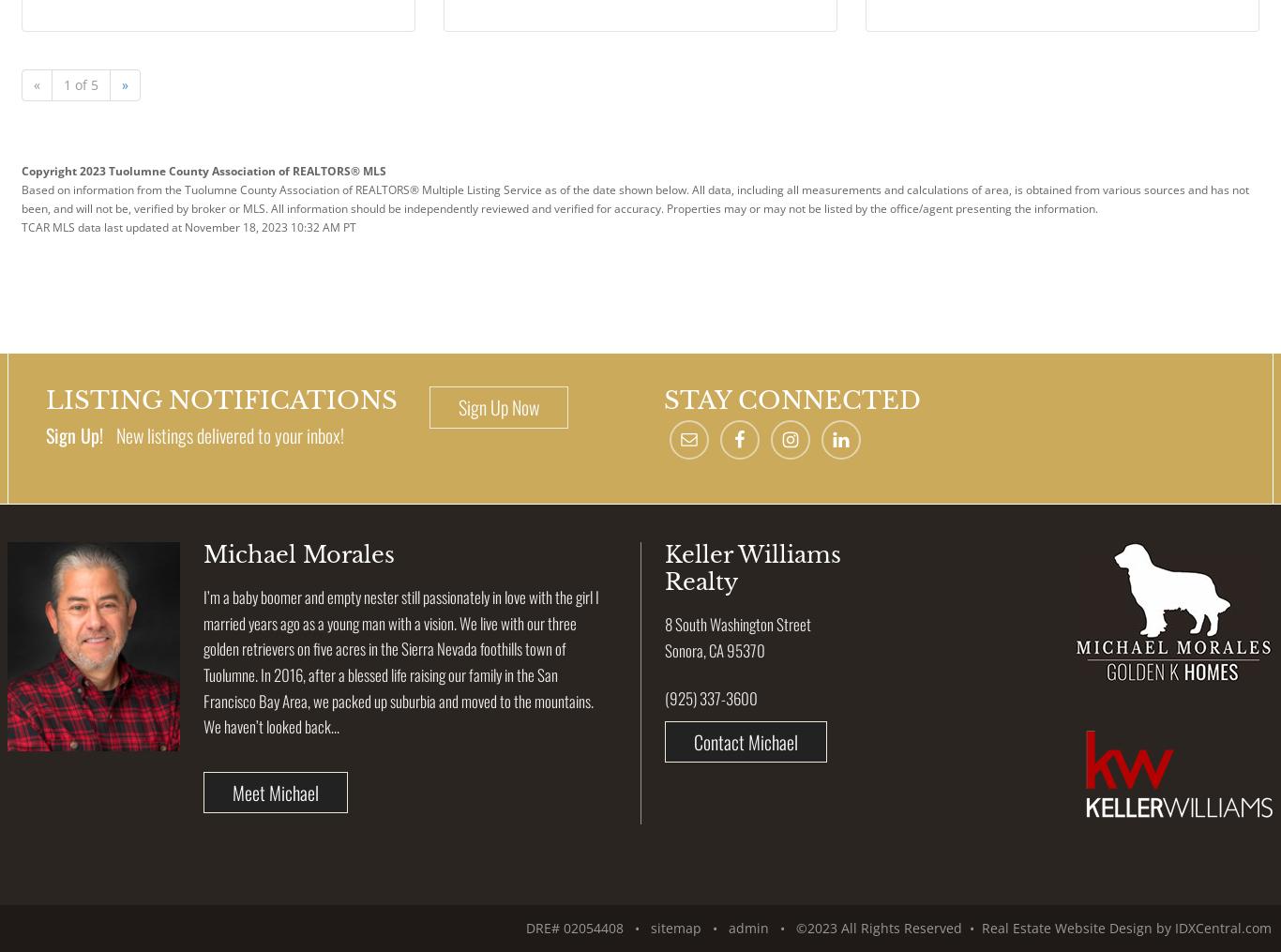 The height and width of the screenshot is (952, 1281). I want to click on '•   ©2023 All Rights Reserved  •', so click(875, 928).